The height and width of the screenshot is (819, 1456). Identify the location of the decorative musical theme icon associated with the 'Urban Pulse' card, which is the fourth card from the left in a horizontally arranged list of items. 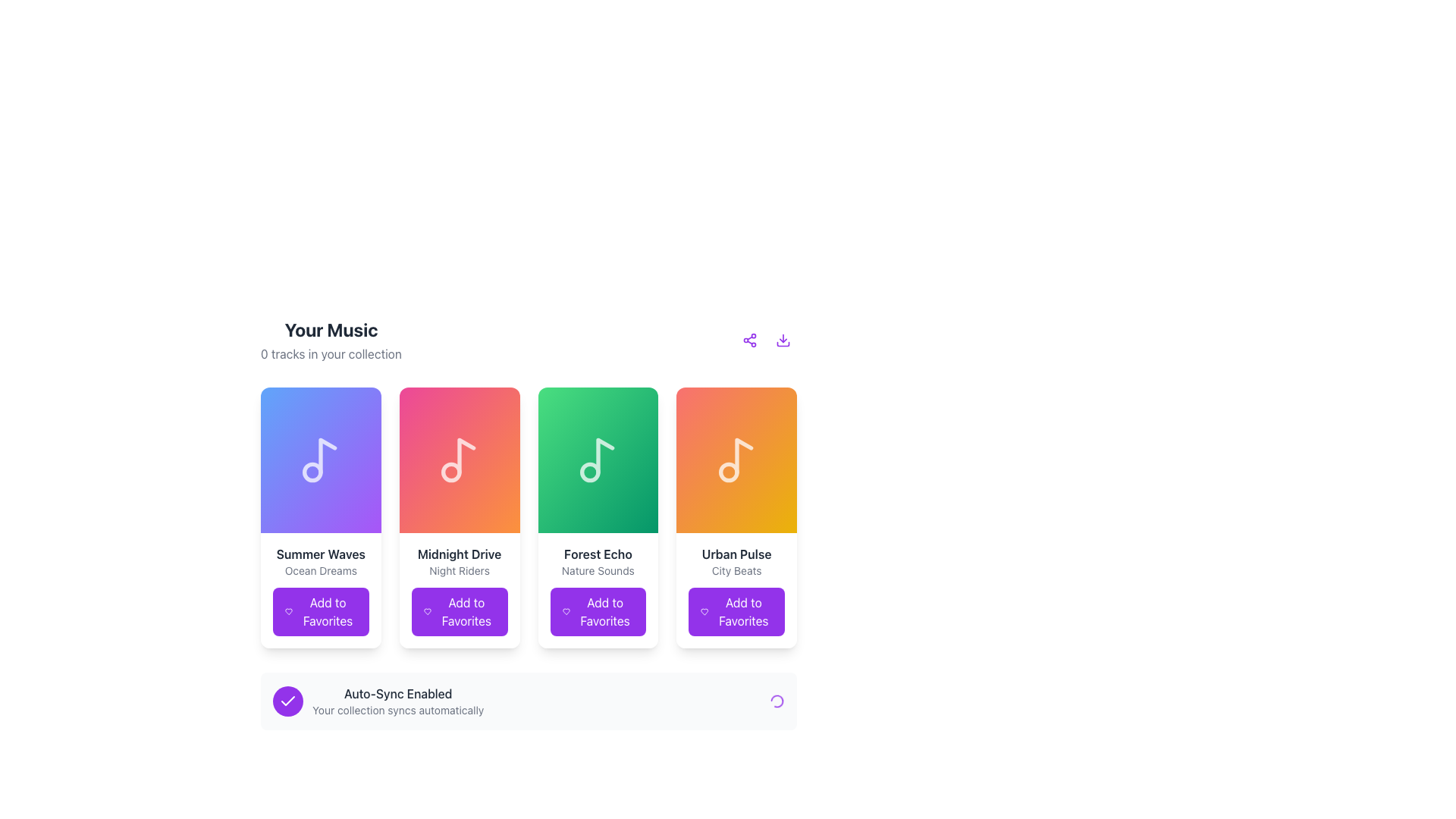
(743, 455).